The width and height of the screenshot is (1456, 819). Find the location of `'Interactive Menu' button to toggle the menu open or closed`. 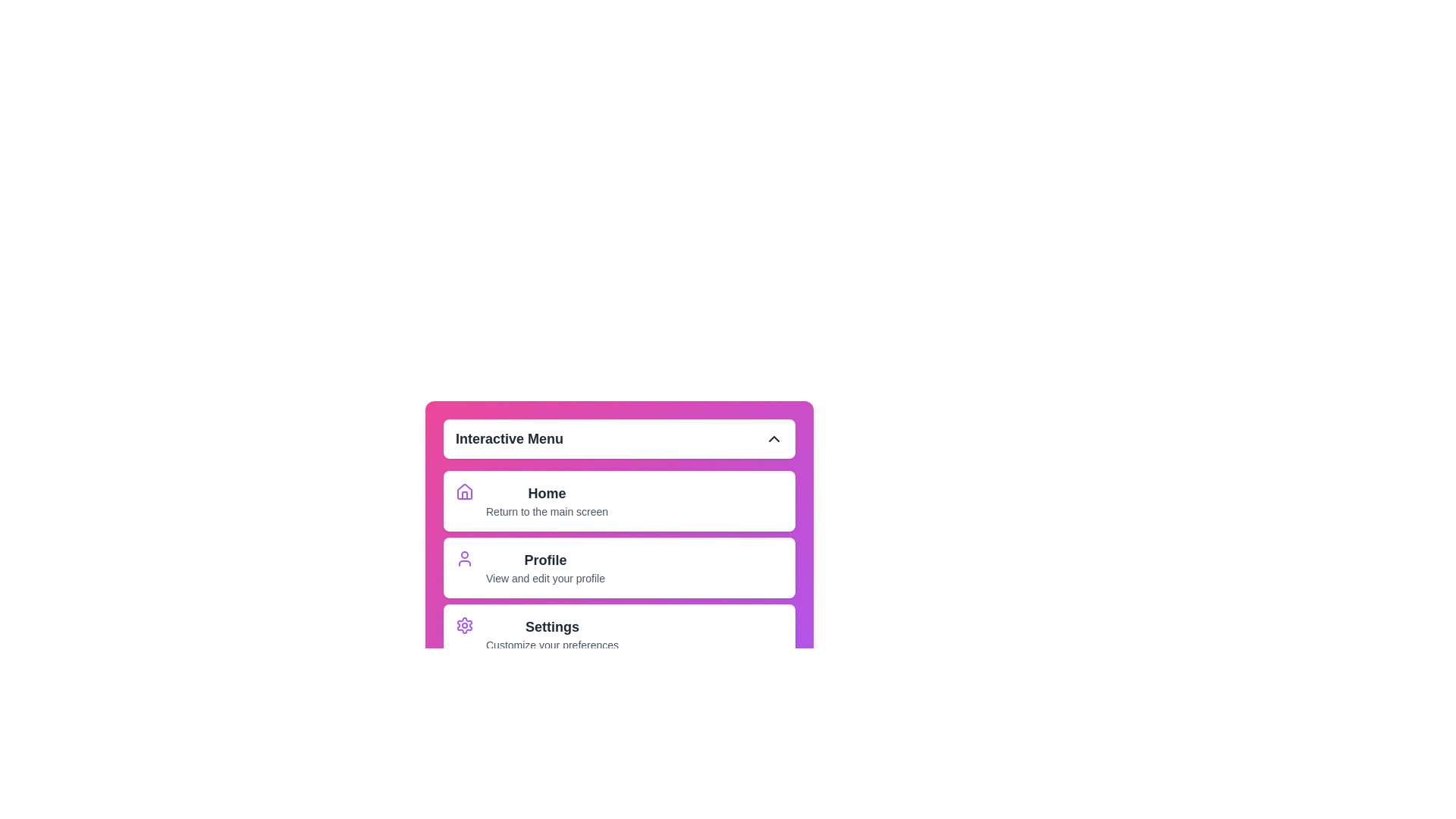

'Interactive Menu' button to toggle the menu open or closed is located at coordinates (619, 438).